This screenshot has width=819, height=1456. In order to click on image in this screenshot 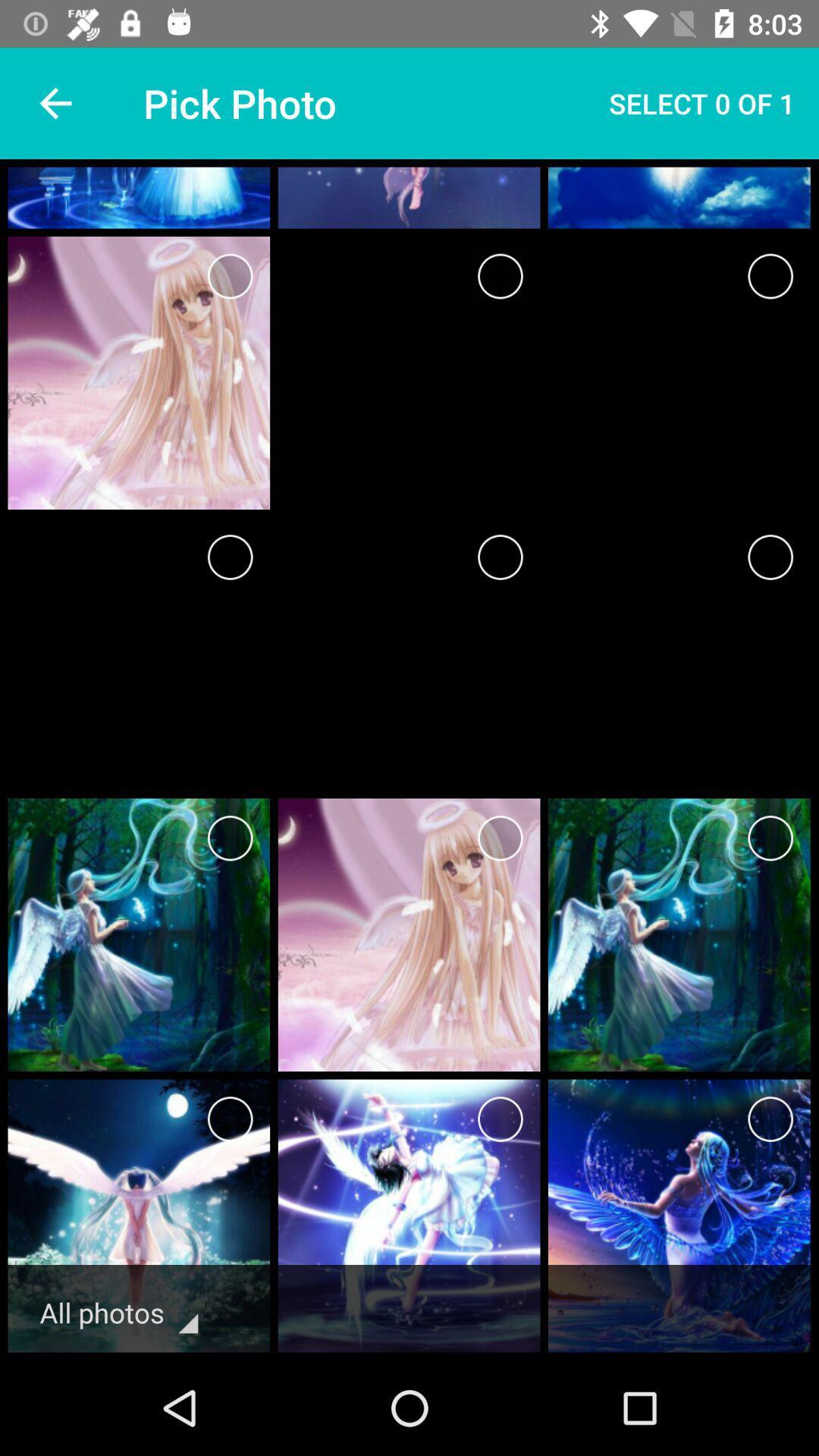, I will do `click(770, 1119)`.